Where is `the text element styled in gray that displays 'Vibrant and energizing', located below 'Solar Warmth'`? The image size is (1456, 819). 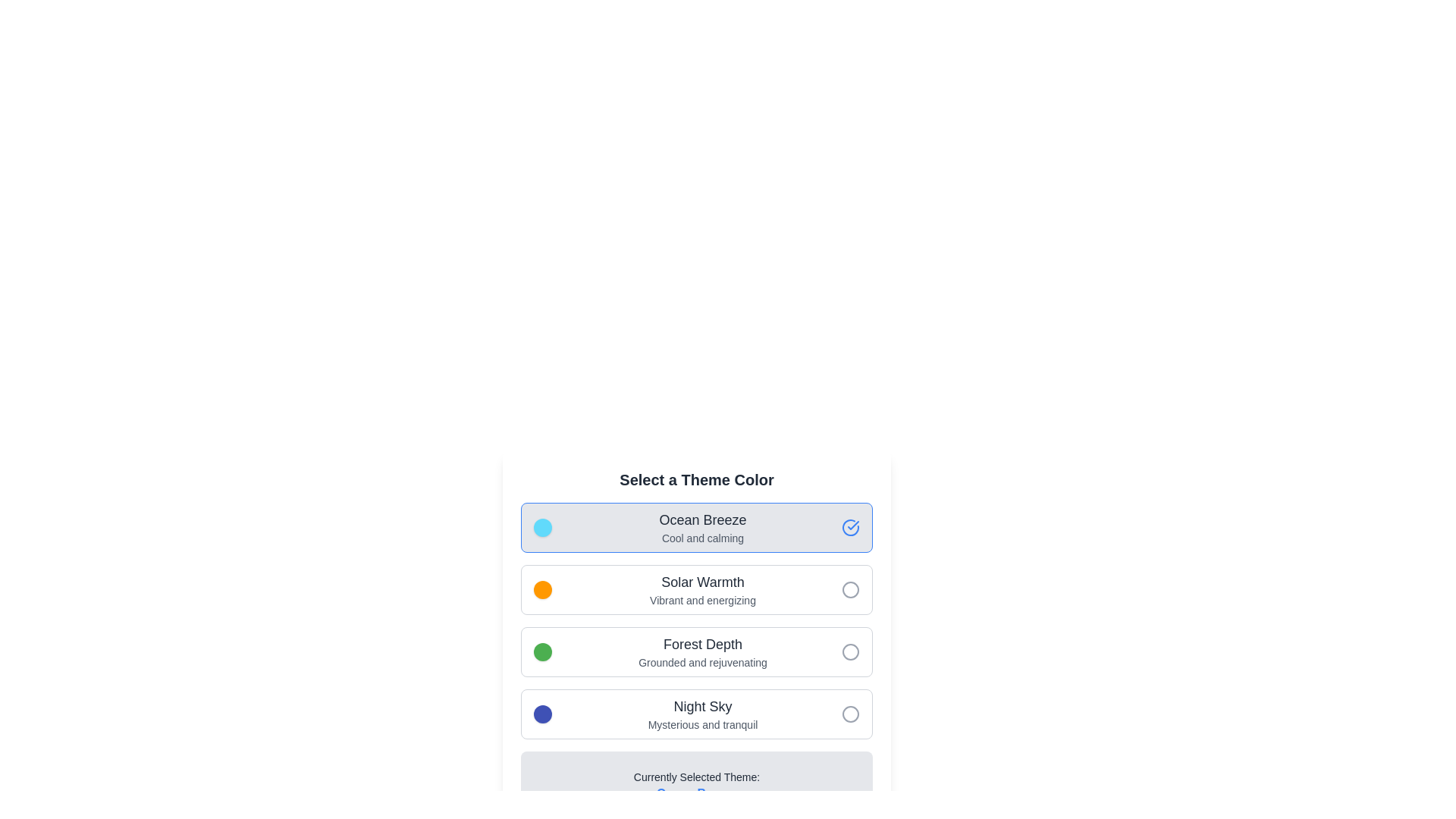
the text element styled in gray that displays 'Vibrant and energizing', located below 'Solar Warmth' is located at coordinates (701, 599).